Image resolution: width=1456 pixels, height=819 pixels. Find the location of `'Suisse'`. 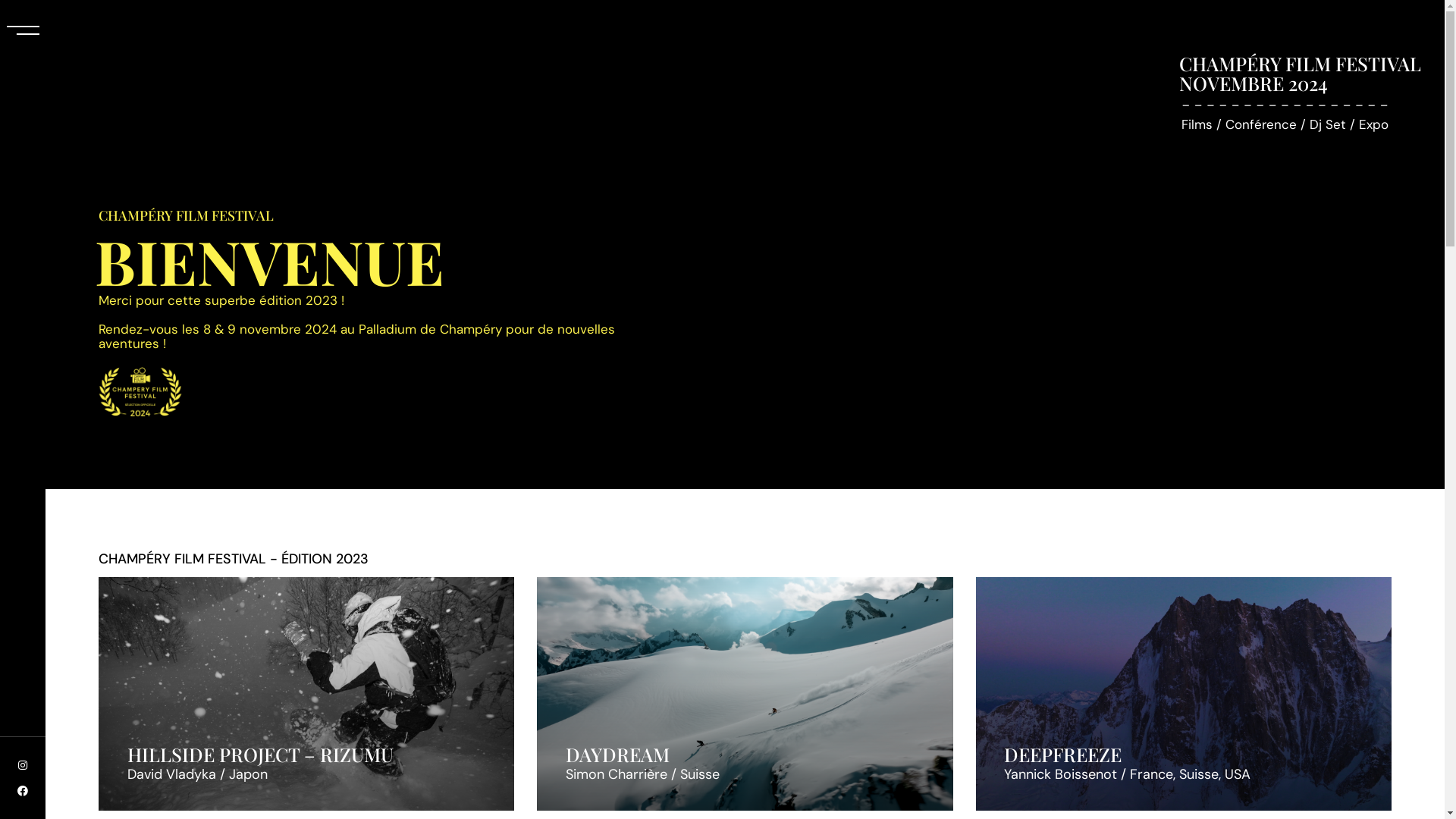

'Suisse' is located at coordinates (679, 775).